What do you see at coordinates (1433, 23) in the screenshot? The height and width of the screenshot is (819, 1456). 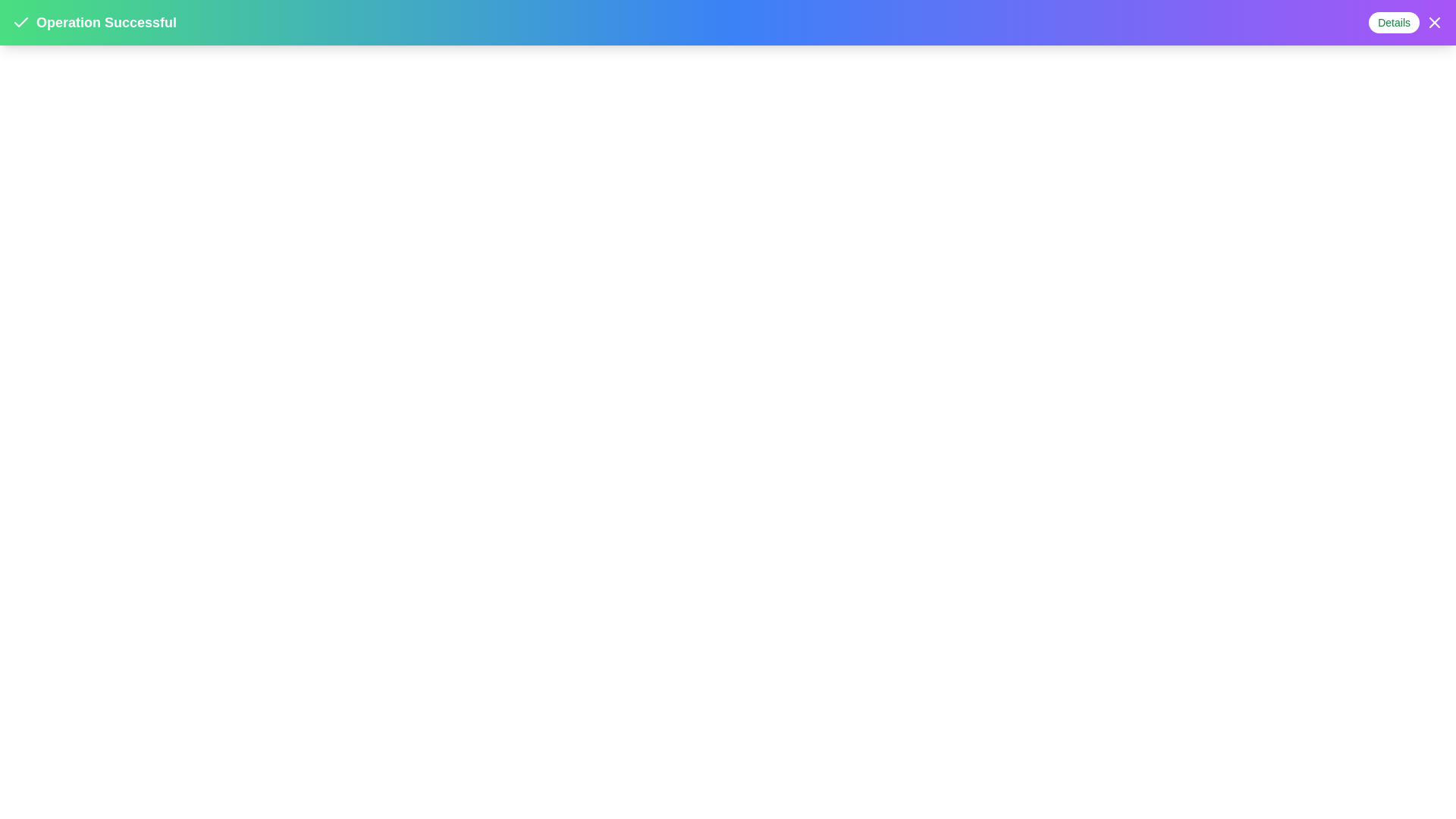 I see `the SVG close button, represented by a cross ('x') icon, located at the top-right corner of the interface` at bounding box center [1433, 23].